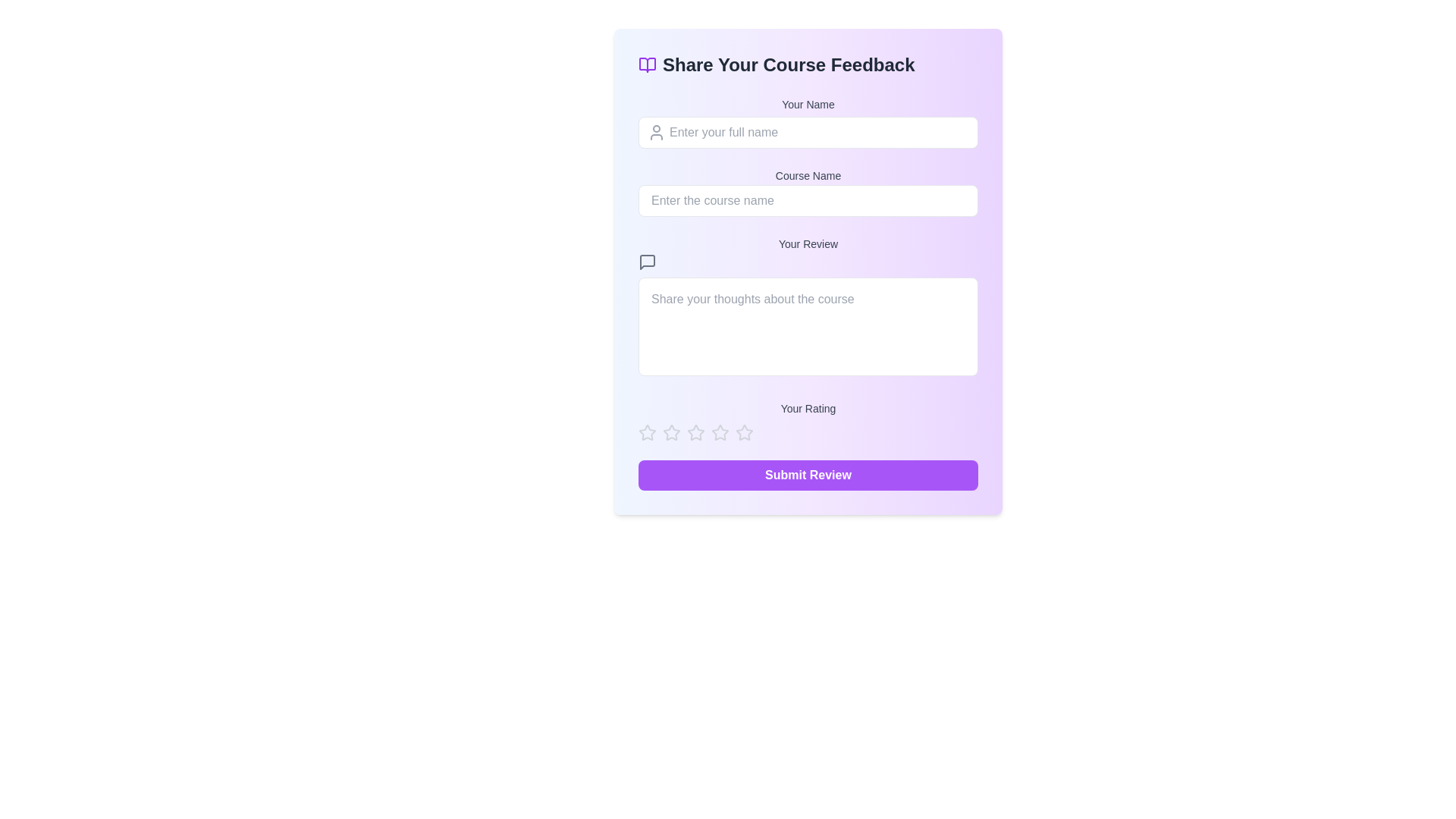 The width and height of the screenshot is (1456, 819). Describe the element at coordinates (807, 174) in the screenshot. I see `the label reading 'Course Name' which is styled in gray color, positioned above the text input field in the 'Share Your Course Feedback' form` at that location.